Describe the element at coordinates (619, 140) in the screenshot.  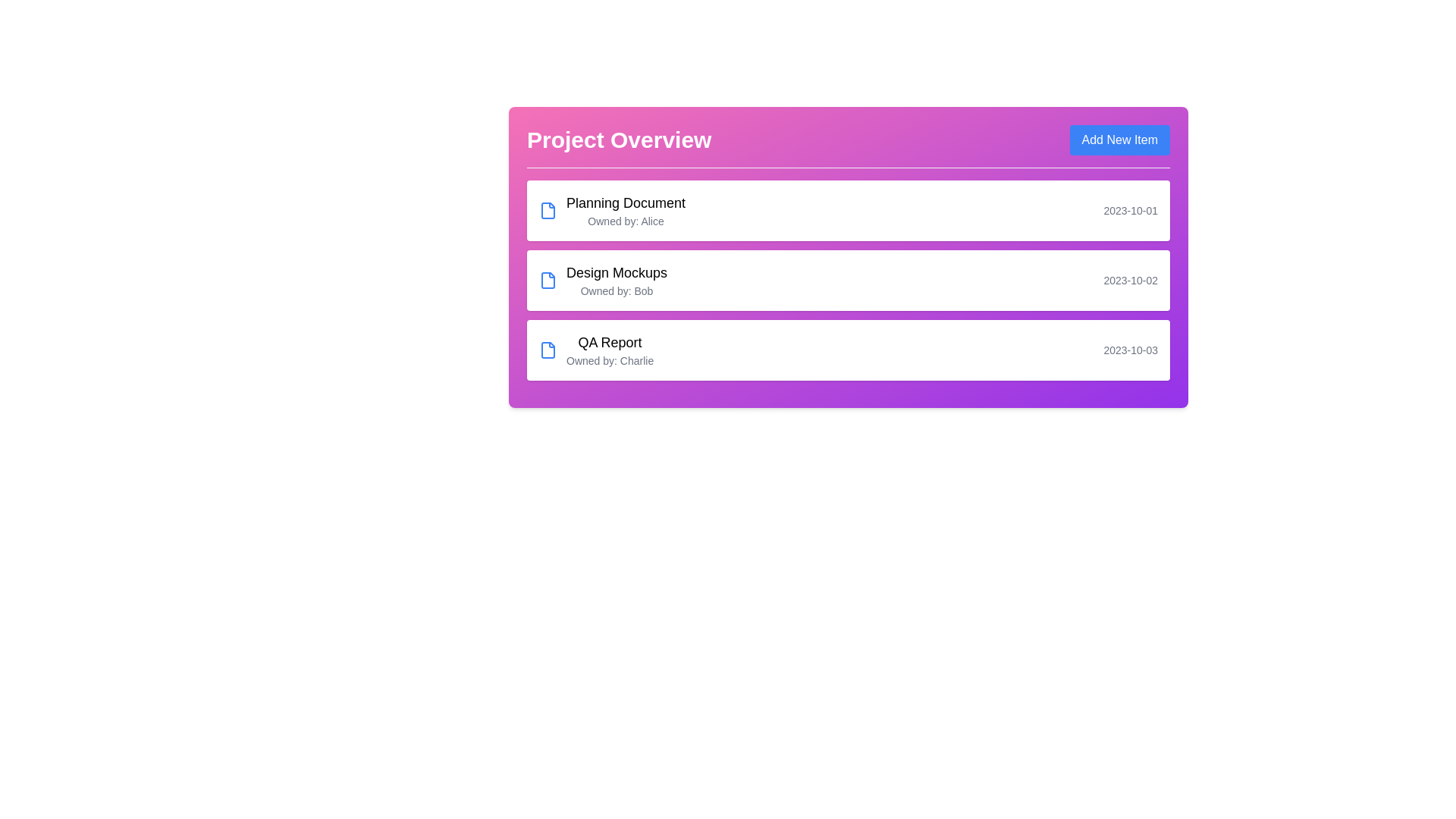
I see `the static text label 'Project Overview' which serves as a section title at the top-left of the header bar, positioned to the left of the 'Add New Item' button` at that location.